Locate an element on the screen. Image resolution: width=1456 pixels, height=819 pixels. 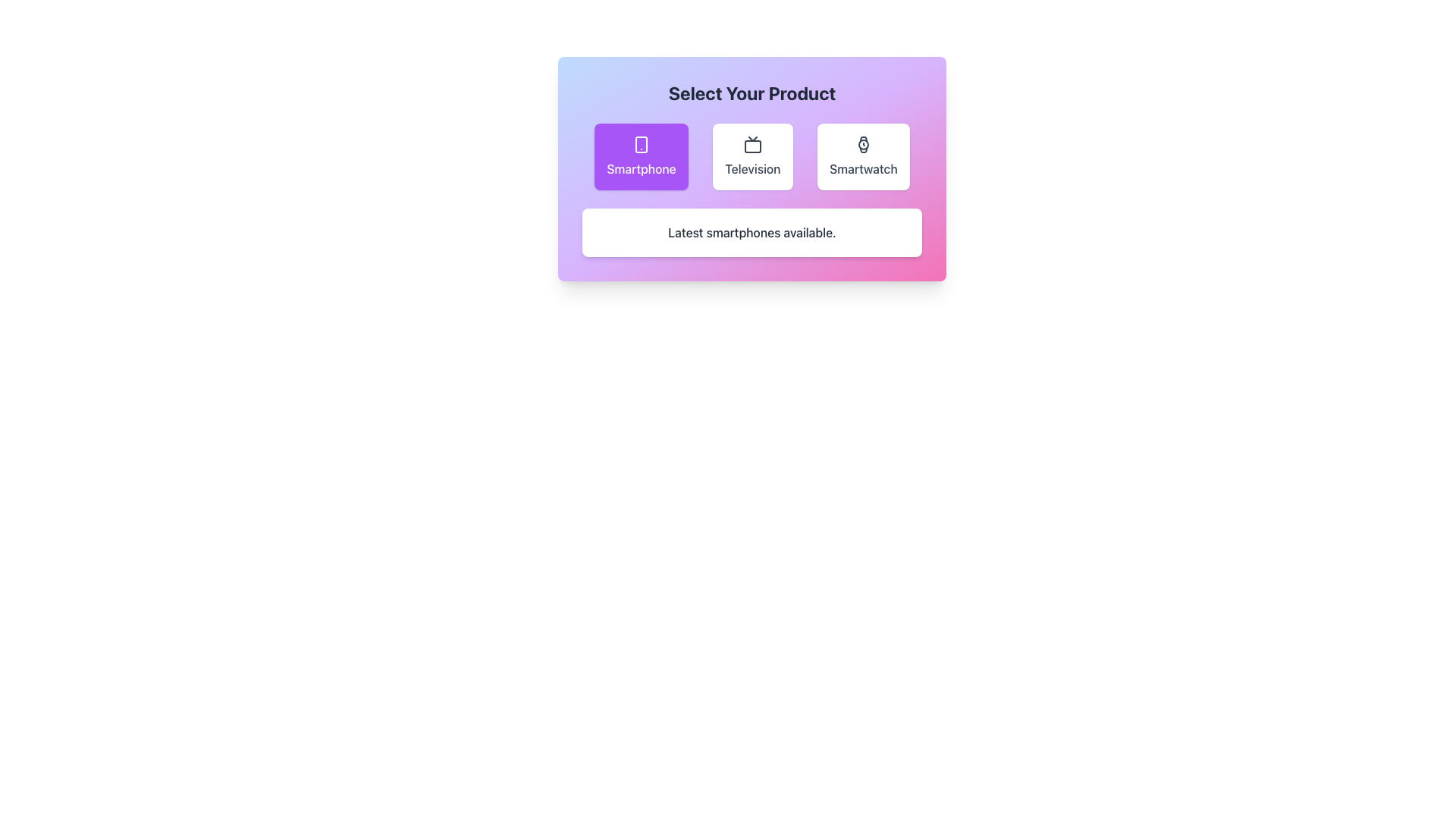
the television icon card, which features a minimalistic black television set icon centered above the text 'Television'. This card is the second in a row of three horizontally aligned cards is located at coordinates (752, 145).